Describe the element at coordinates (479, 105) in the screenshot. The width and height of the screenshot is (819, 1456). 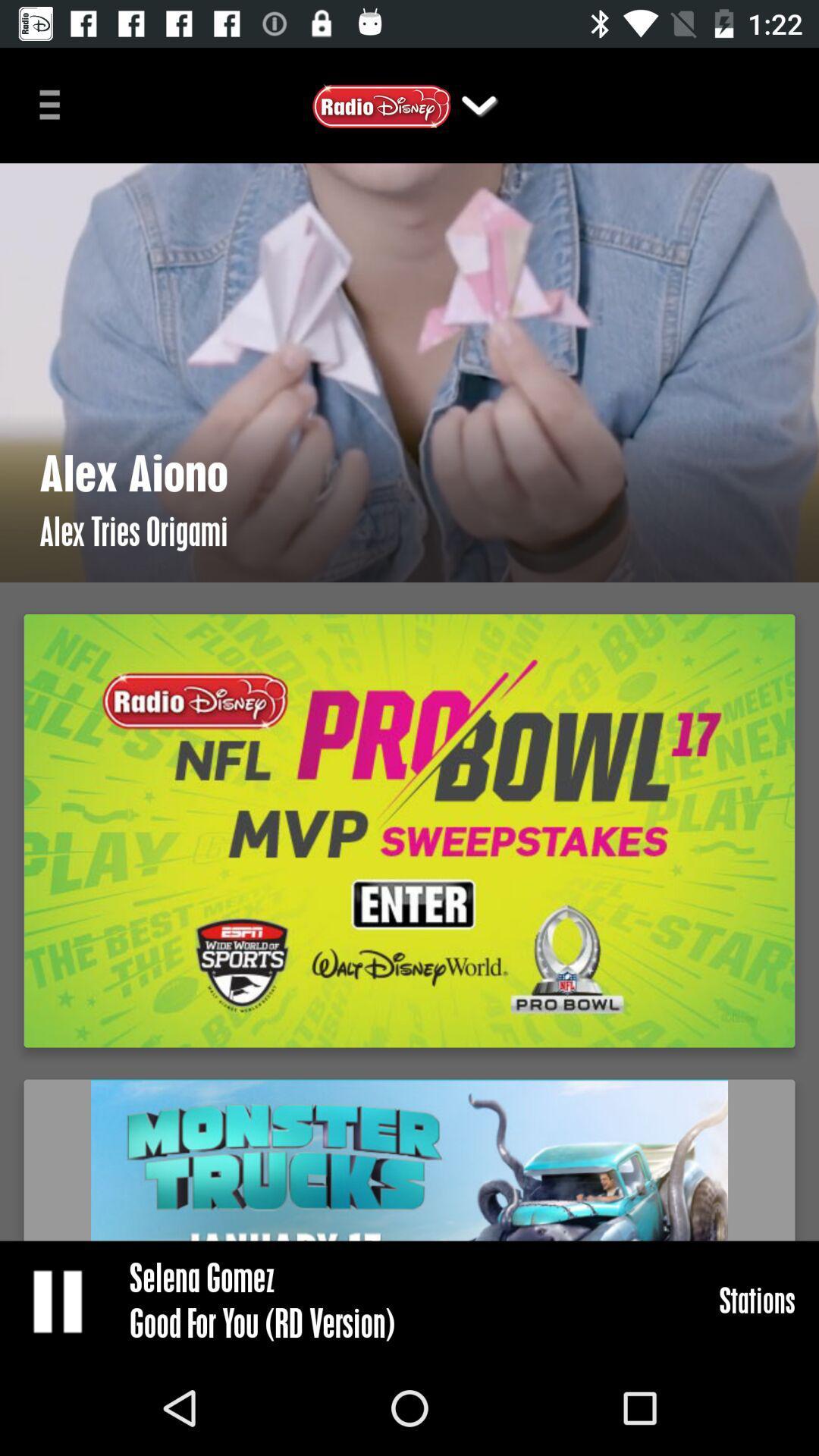
I see `the dropdown button on the top` at that location.